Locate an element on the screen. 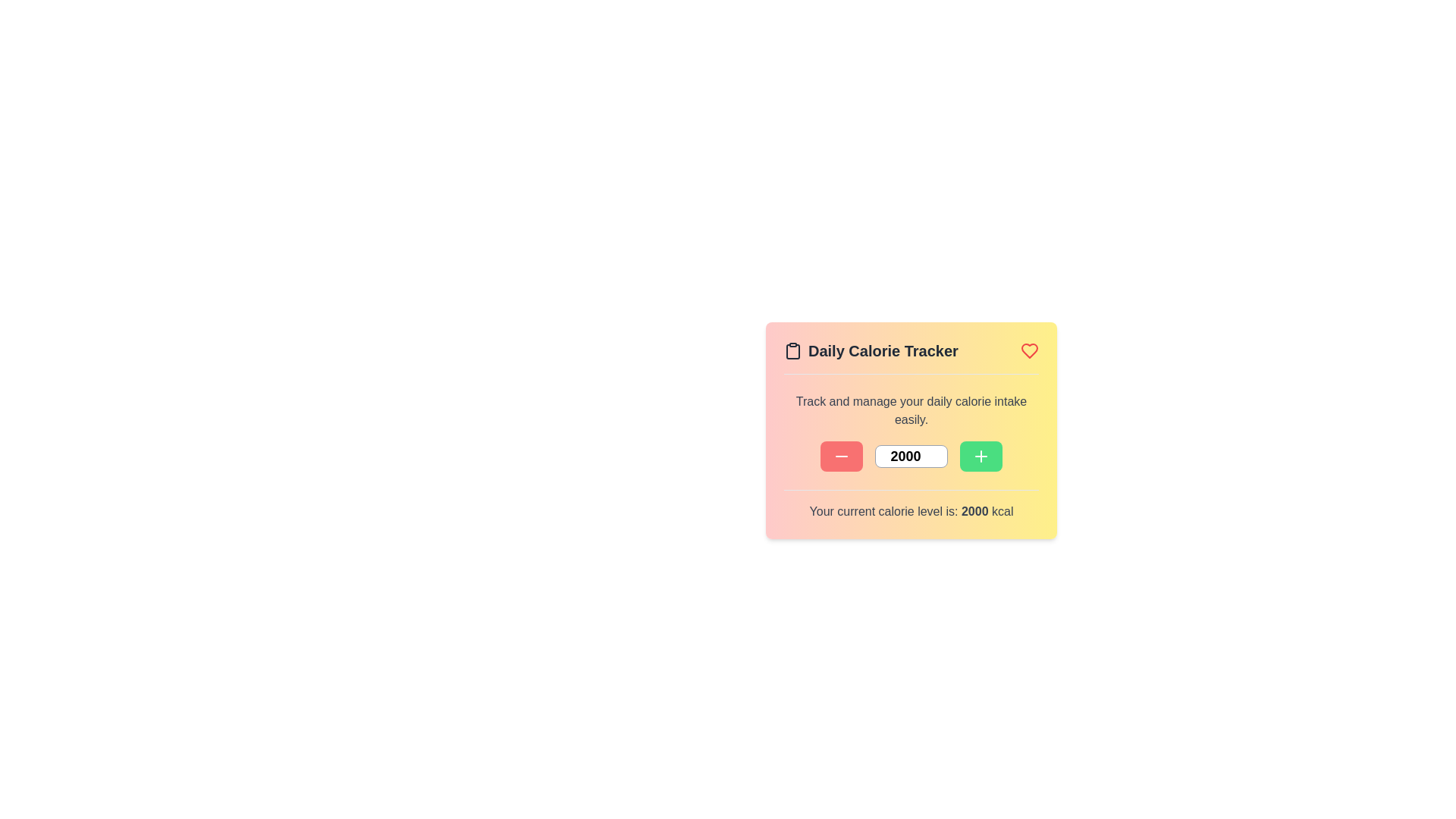 The height and width of the screenshot is (819, 1456). the icon representing the 'Daily Calorie Tracker' located in the header of the card-like layout, positioned to the left of the title text is located at coordinates (792, 350).